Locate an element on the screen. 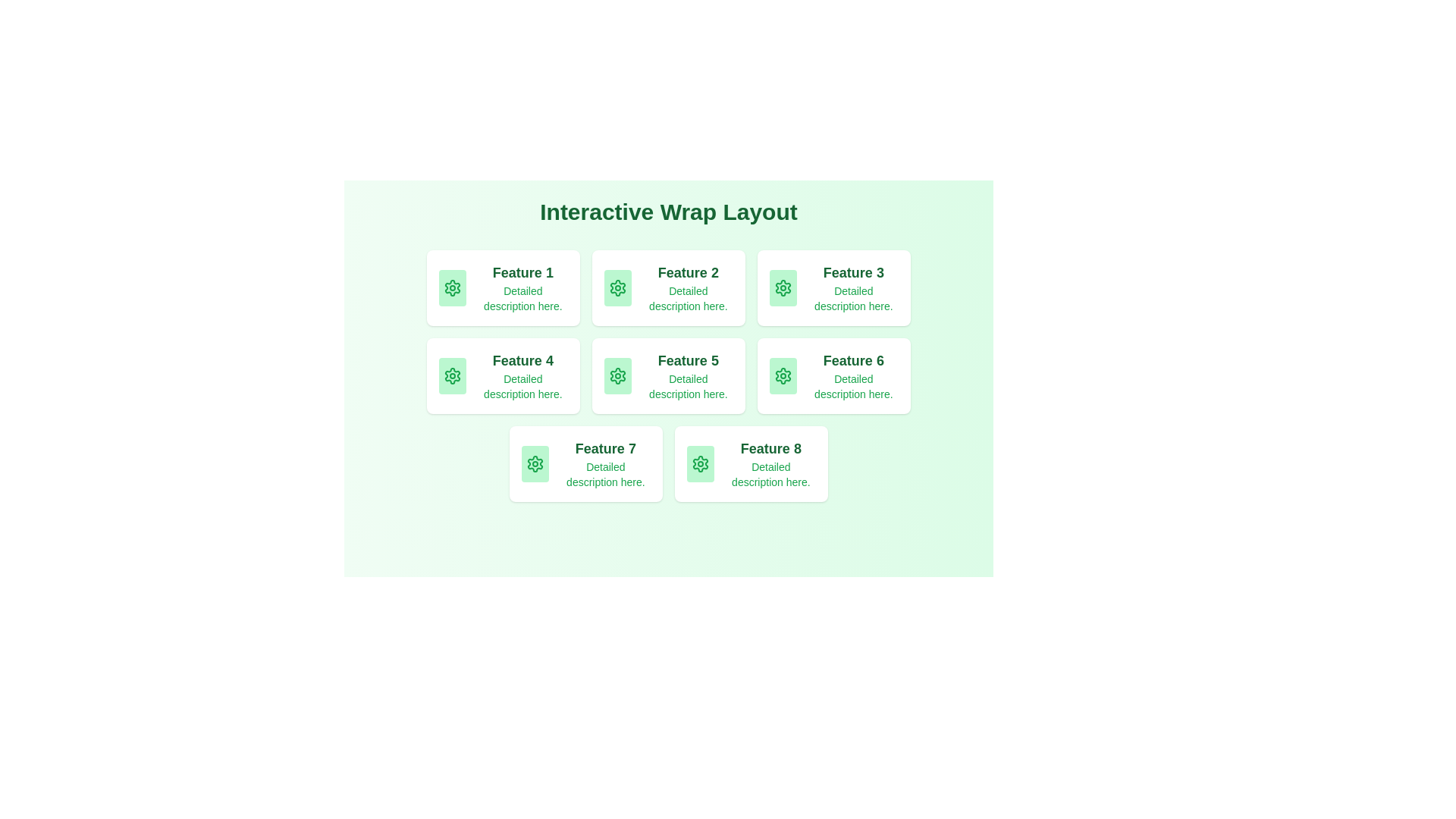 The width and height of the screenshot is (1456, 819). the Text Display Block that displays 'Feature 5' with the description 'Detailed description here.' located in the middle of the second row of the grid layout is located at coordinates (687, 375).